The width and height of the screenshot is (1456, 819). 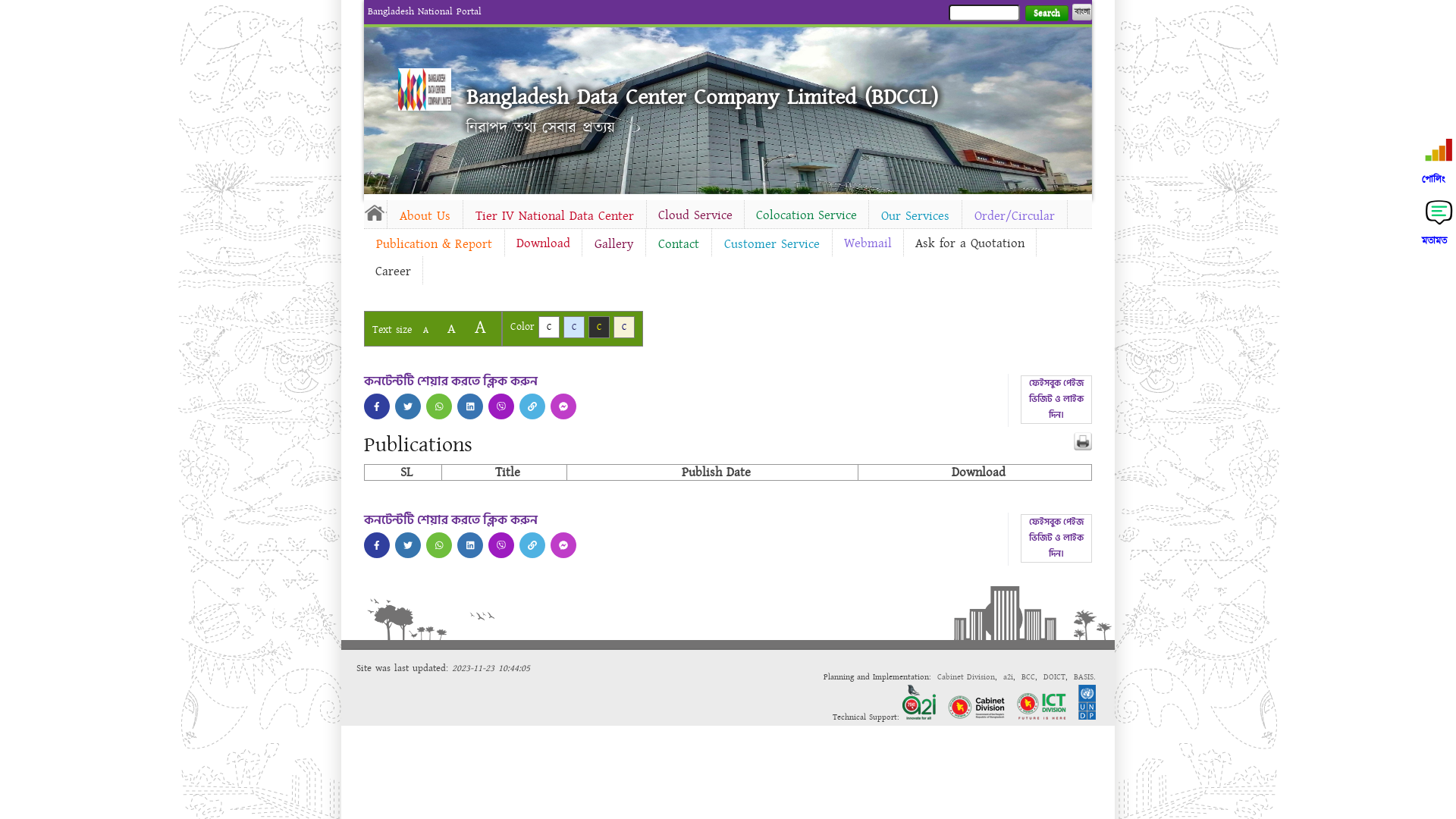 What do you see at coordinates (677, 243) in the screenshot?
I see `'Contact'` at bounding box center [677, 243].